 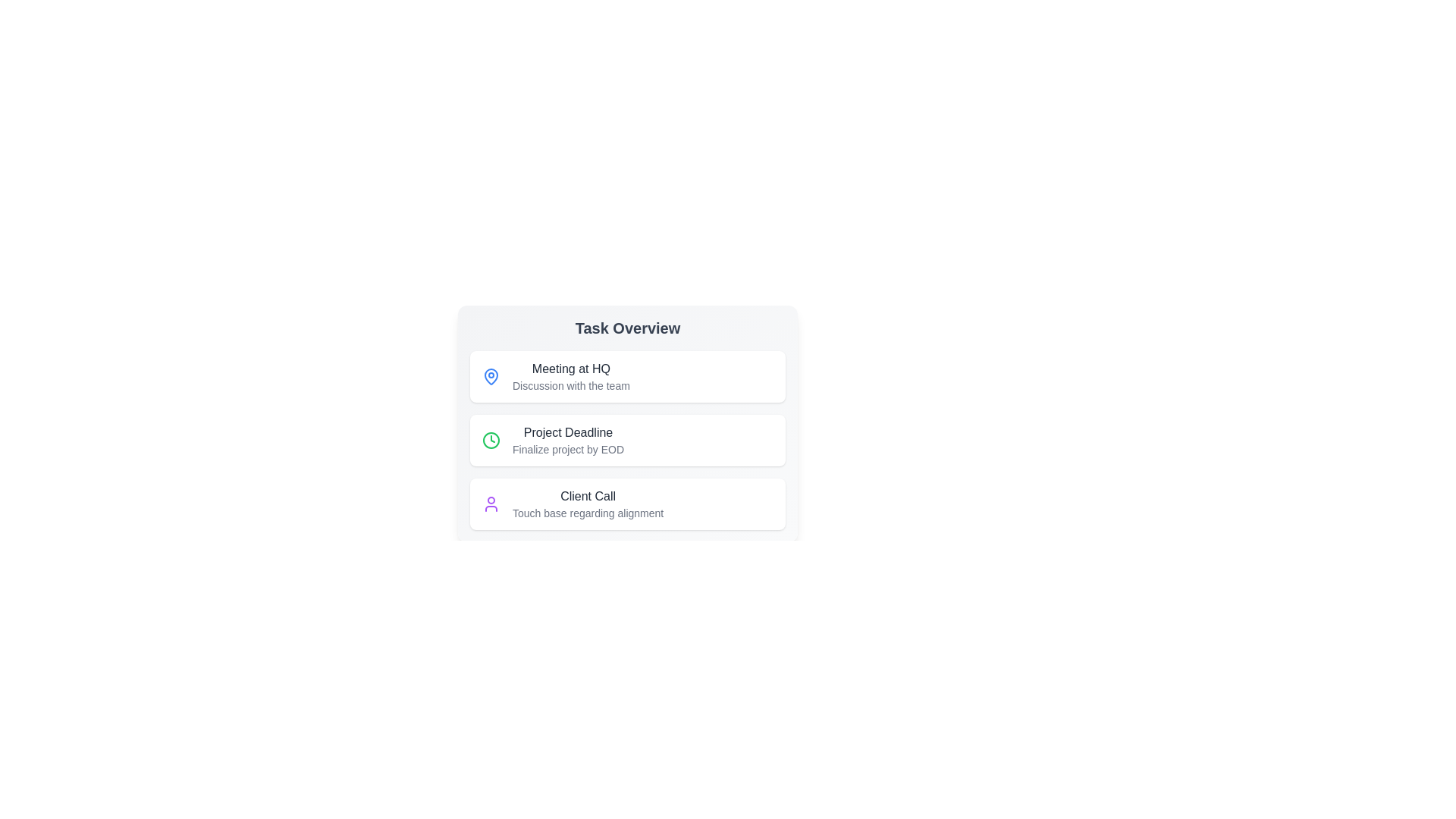 What do you see at coordinates (586, 497) in the screenshot?
I see `the title of the task 'Client Call' to edit or expand it` at bounding box center [586, 497].